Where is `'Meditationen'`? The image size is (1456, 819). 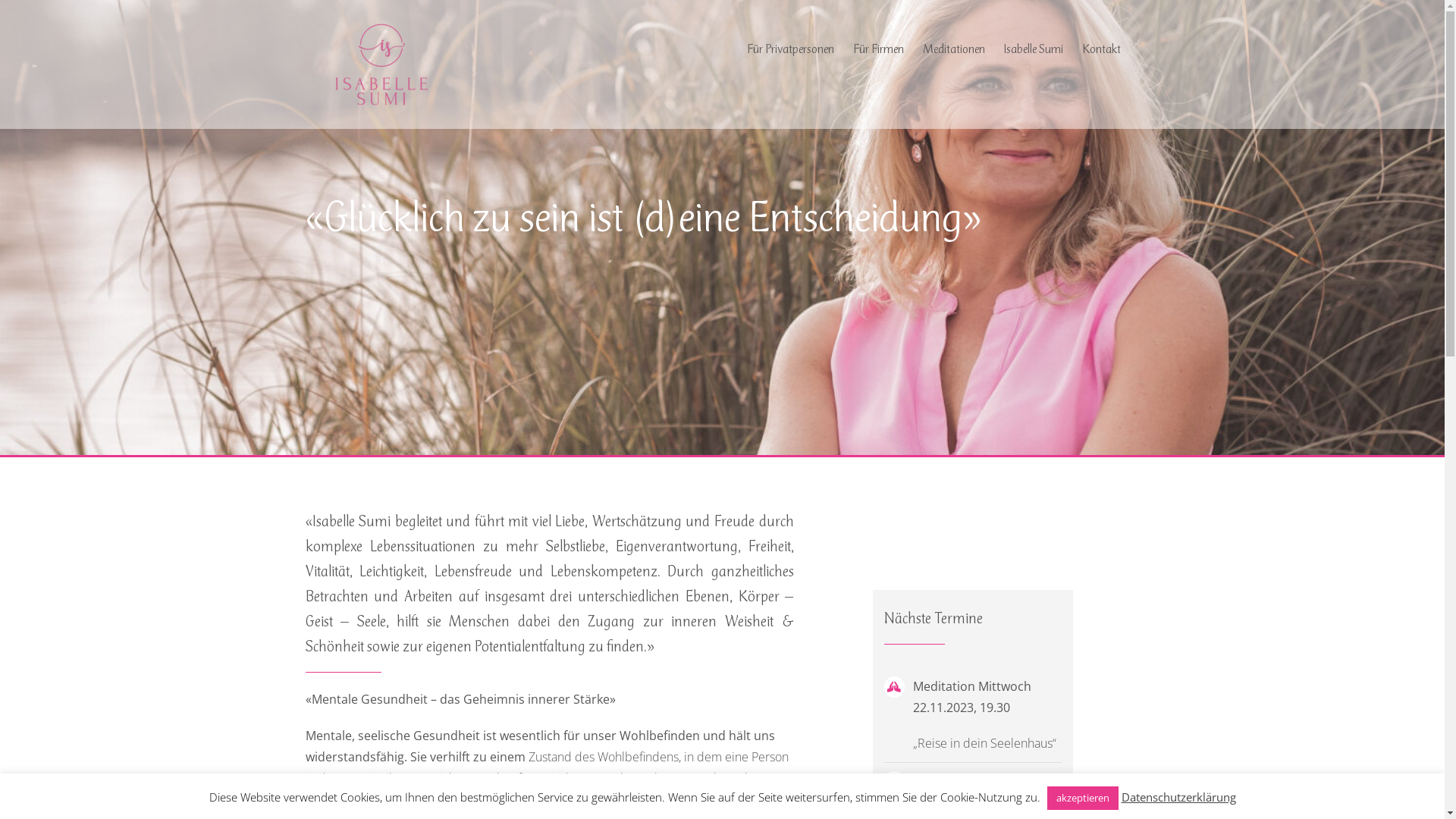 'Meditationen' is located at coordinates (952, 48).